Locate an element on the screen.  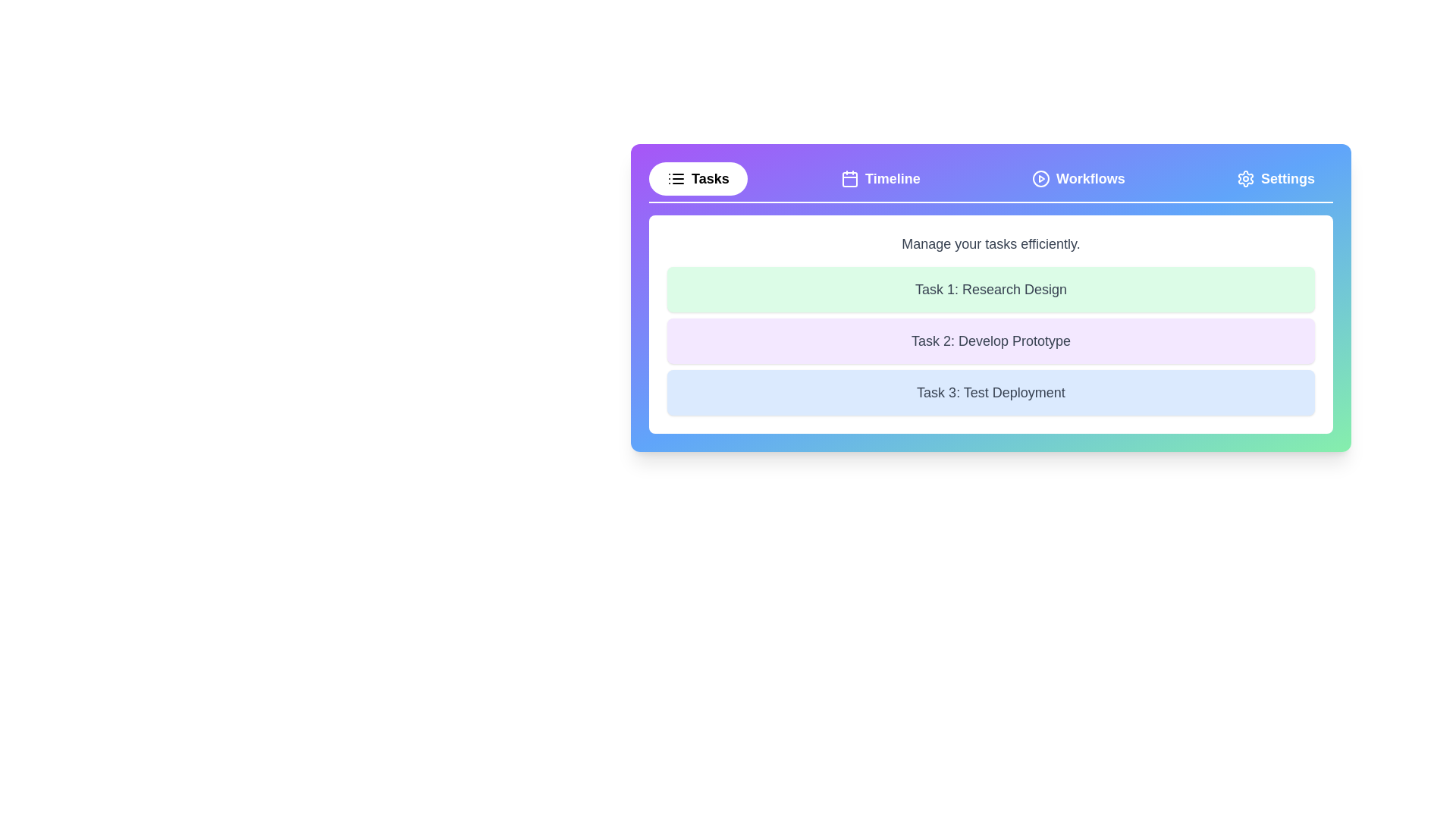
the Tasks tab by clicking on the corresponding tab button is located at coordinates (697, 177).